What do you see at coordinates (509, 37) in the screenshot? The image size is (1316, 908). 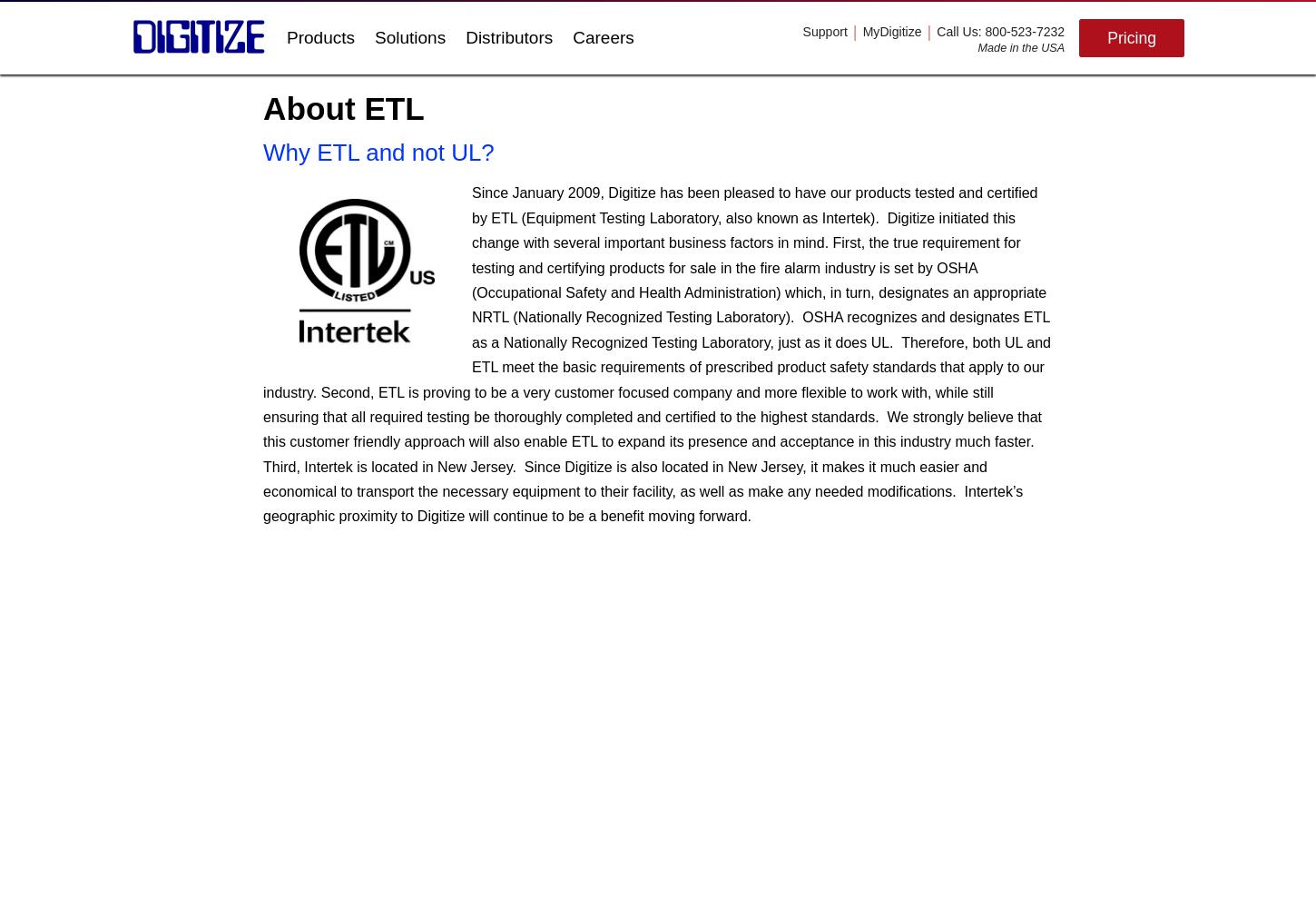 I see `'Distributors'` at bounding box center [509, 37].